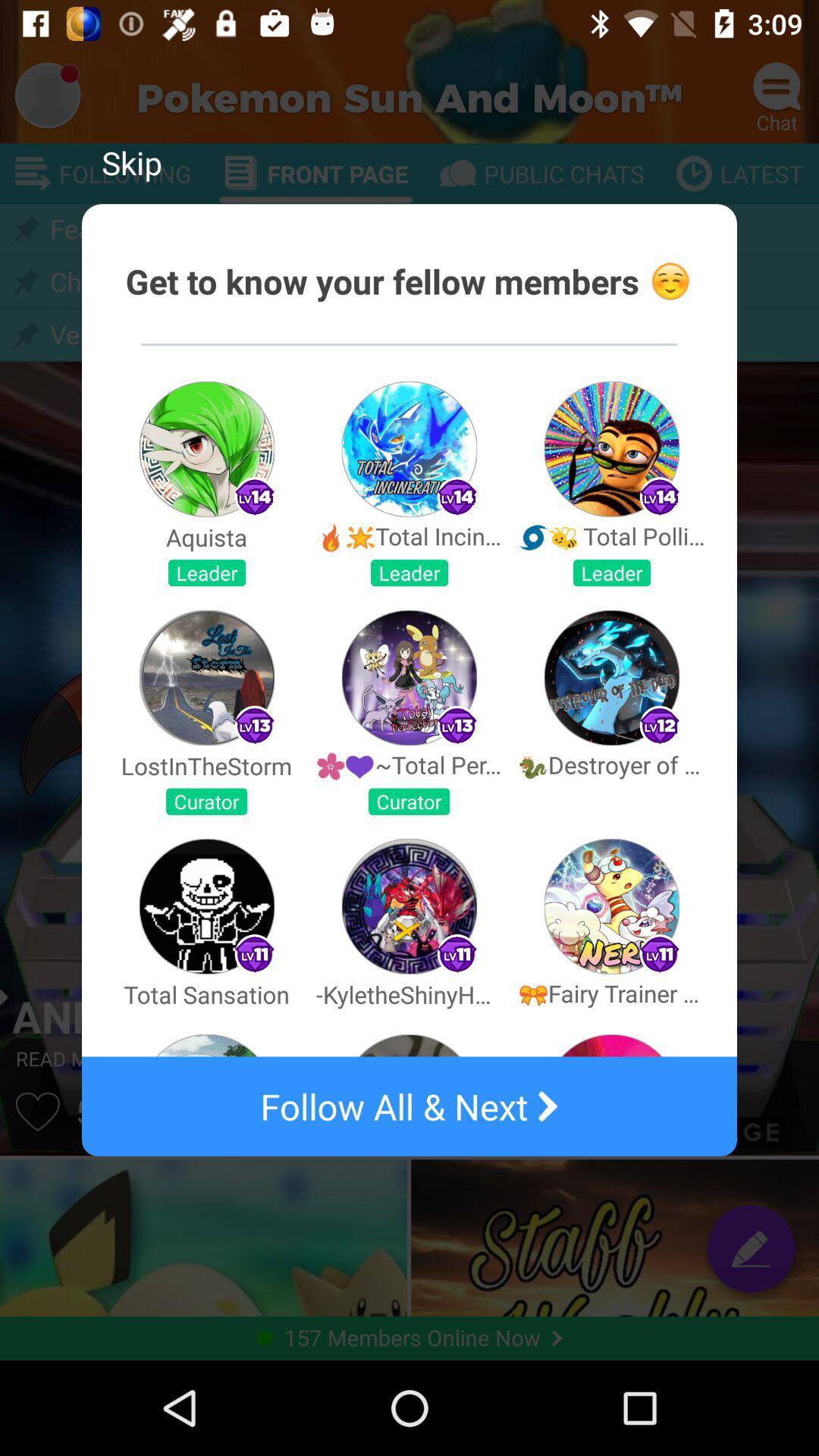  Describe the element at coordinates (207, 676) in the screenshot. I see `the image which is above lostlnthestorm` at that location.